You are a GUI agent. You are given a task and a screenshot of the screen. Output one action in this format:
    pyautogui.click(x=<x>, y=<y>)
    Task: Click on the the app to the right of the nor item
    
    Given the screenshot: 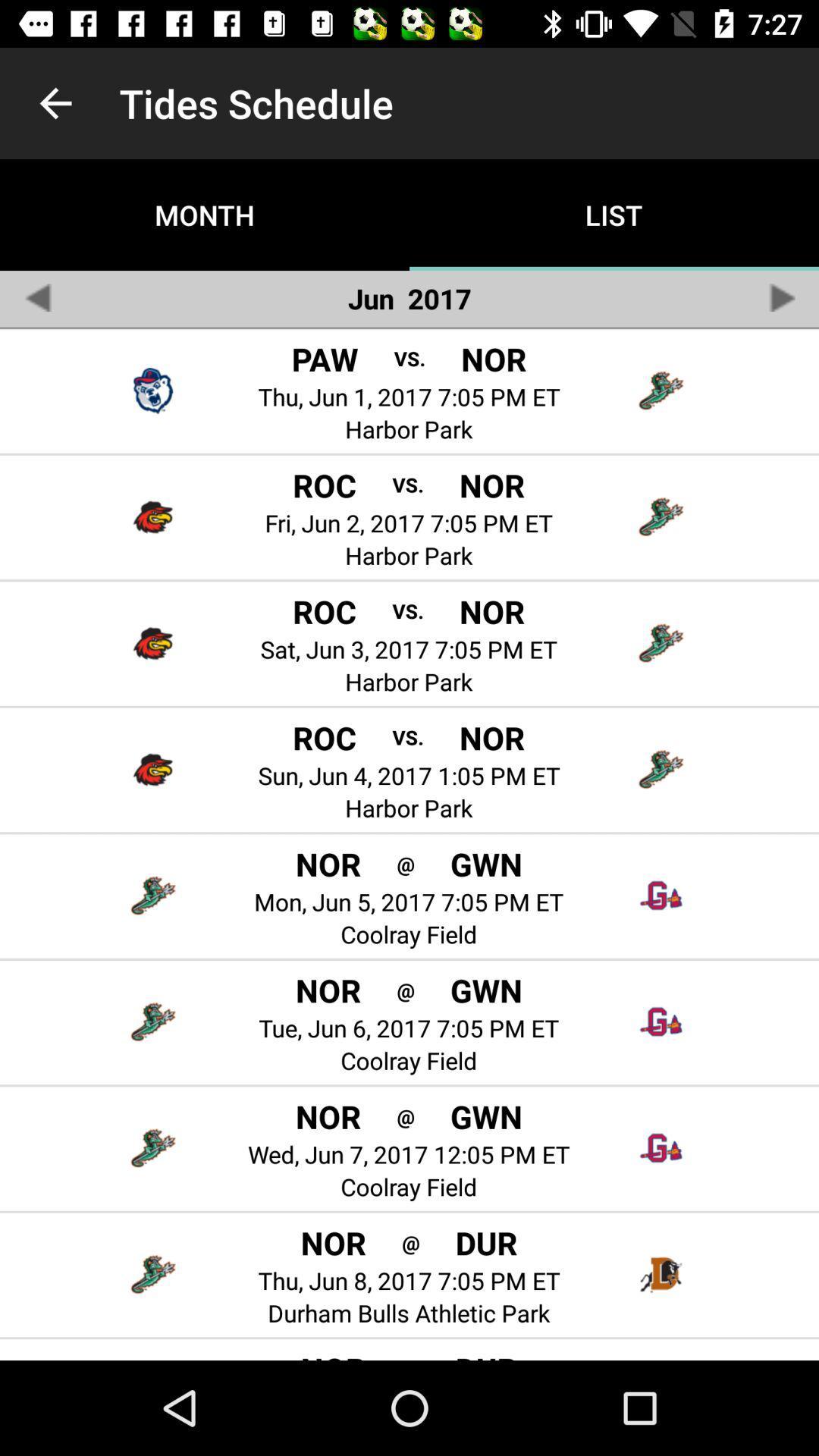 What is the action you would take?
    pyautogui.click(x=405, y=1116)
    